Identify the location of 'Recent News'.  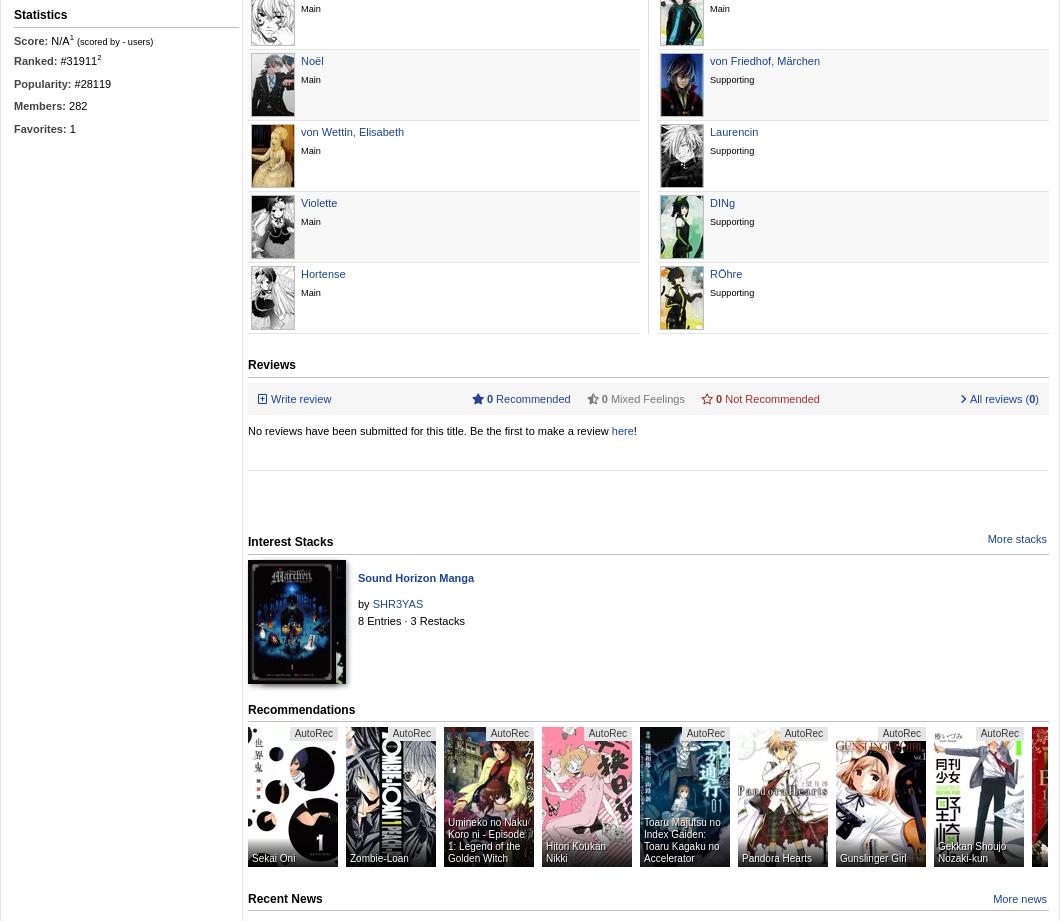
(285, 896).